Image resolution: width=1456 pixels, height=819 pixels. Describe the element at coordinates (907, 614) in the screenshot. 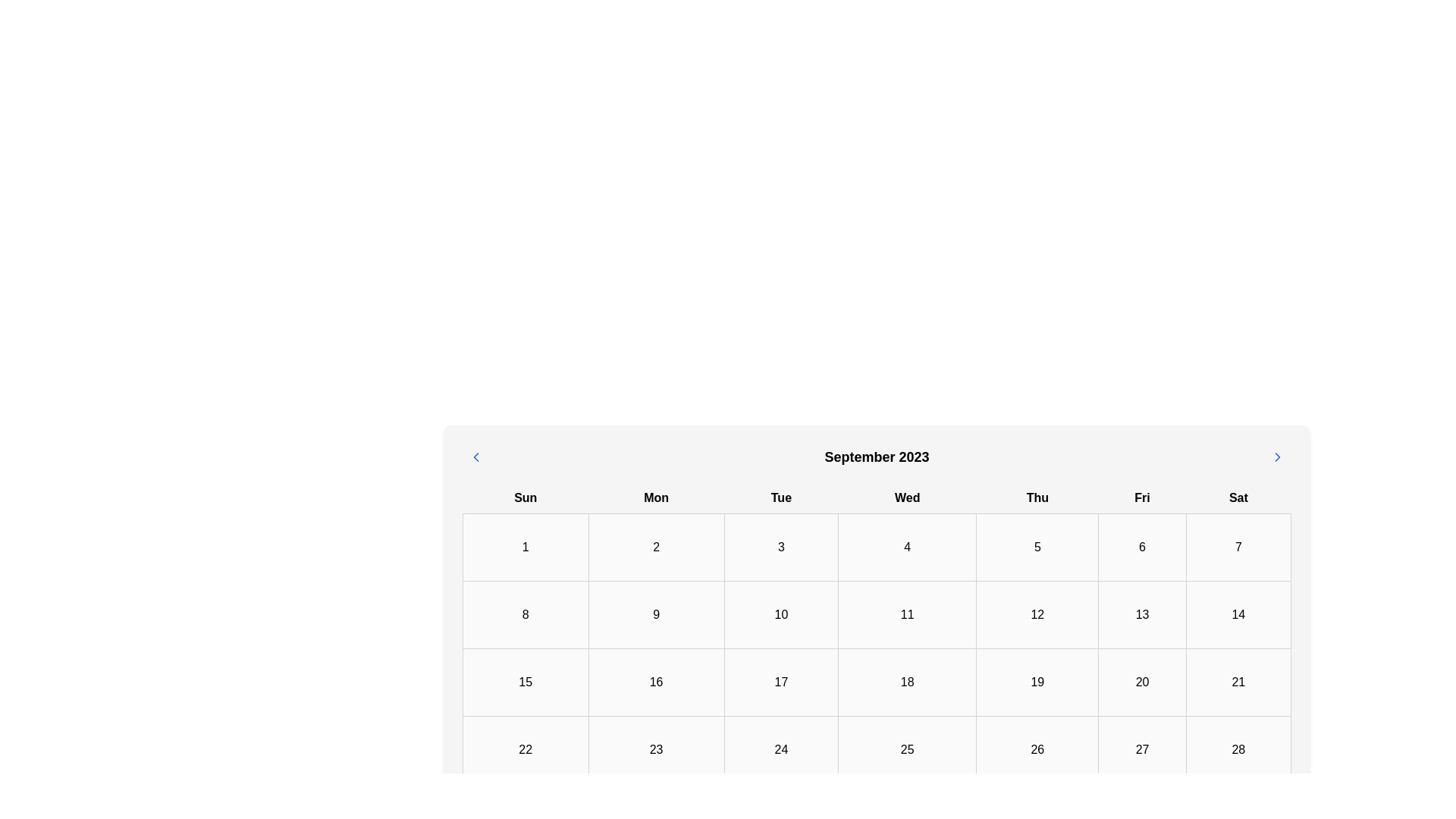

I see `the calendar button representing the date '11' in the Wednesday column of the second row` at that location.